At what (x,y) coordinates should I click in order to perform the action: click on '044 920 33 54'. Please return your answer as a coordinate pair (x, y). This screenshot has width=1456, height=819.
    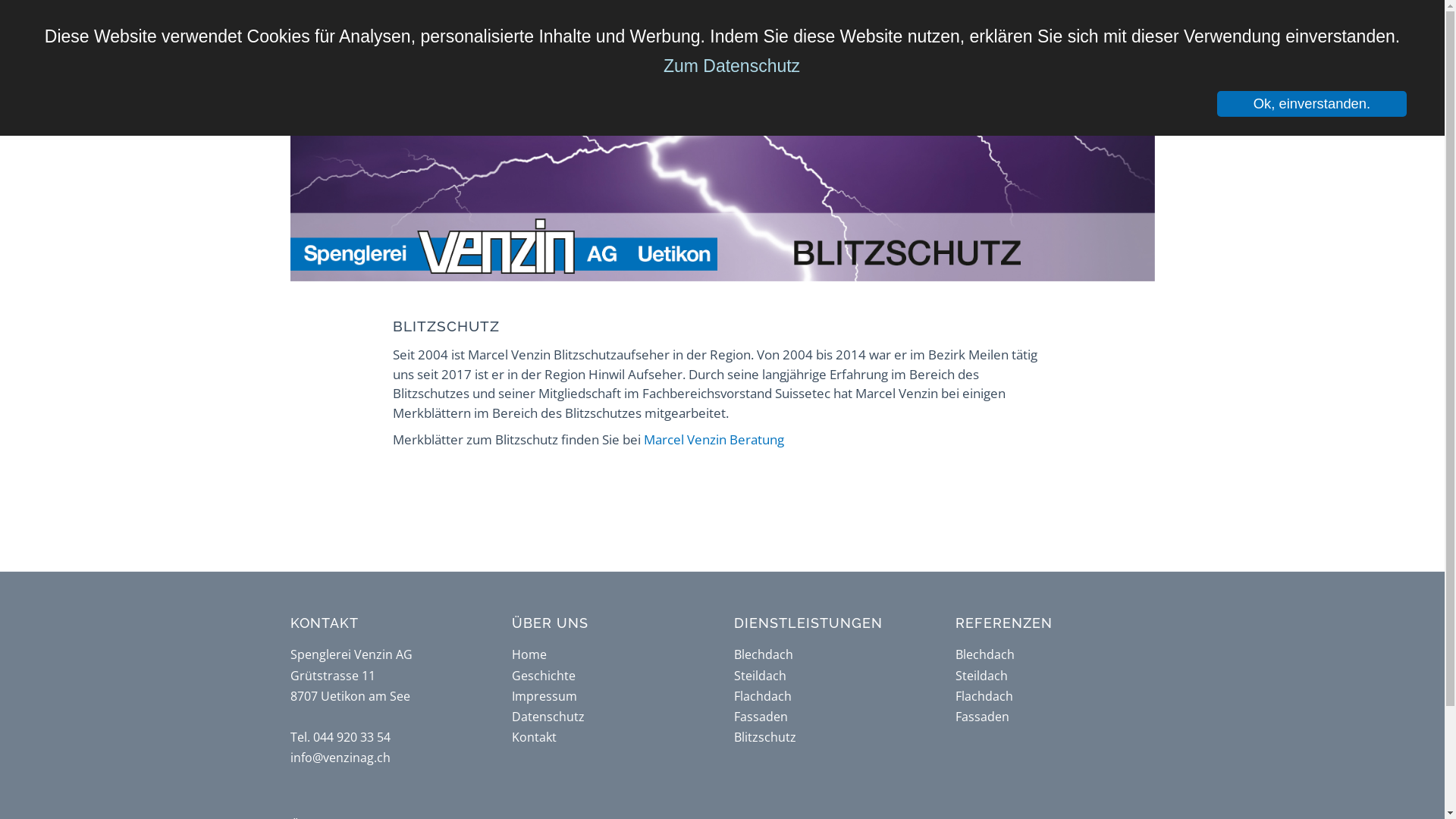
    Looking at the image, I should click on (312, 736).